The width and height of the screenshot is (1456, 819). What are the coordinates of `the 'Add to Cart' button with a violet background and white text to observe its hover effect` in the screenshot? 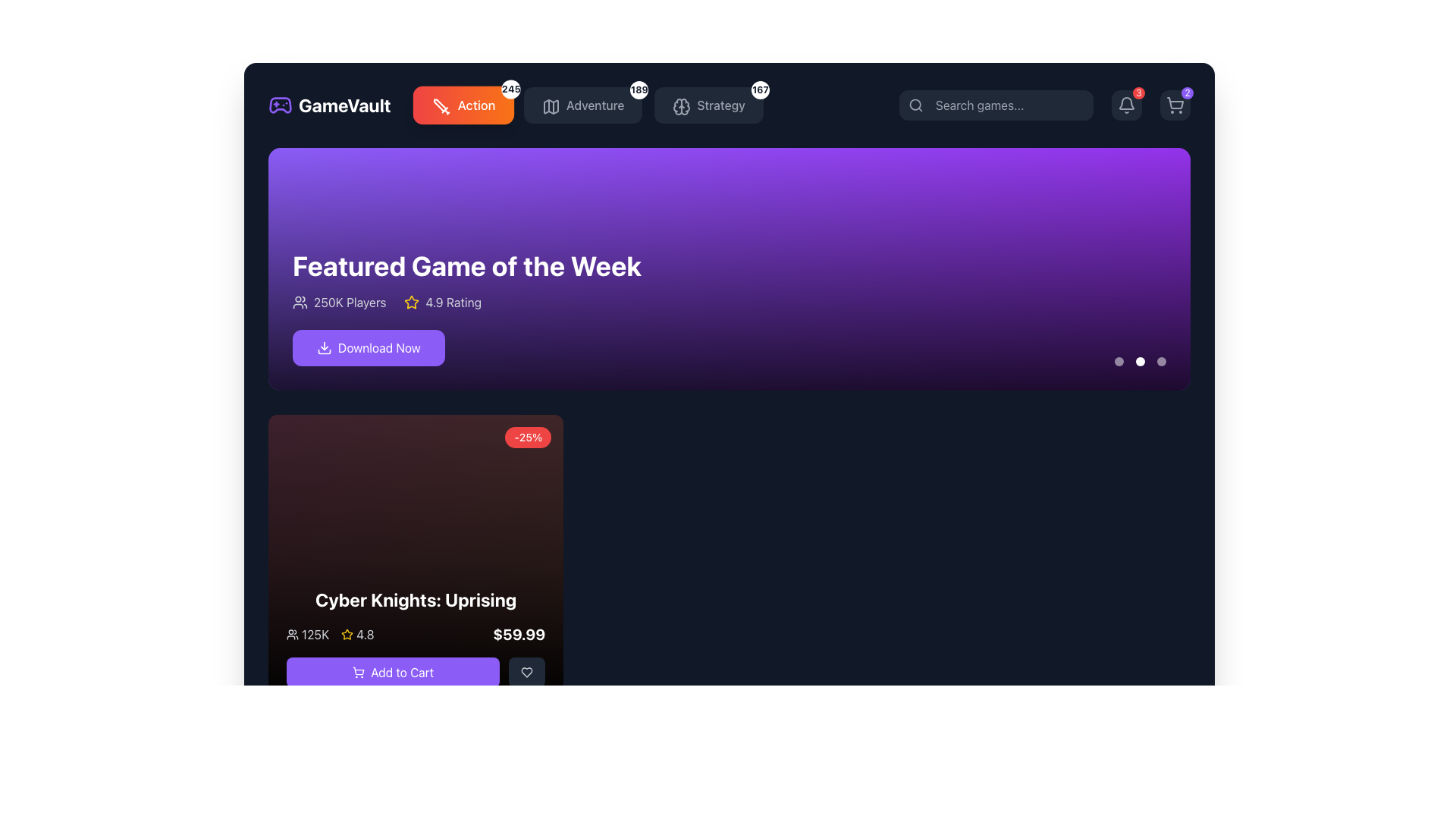 It's located at (393, 672).